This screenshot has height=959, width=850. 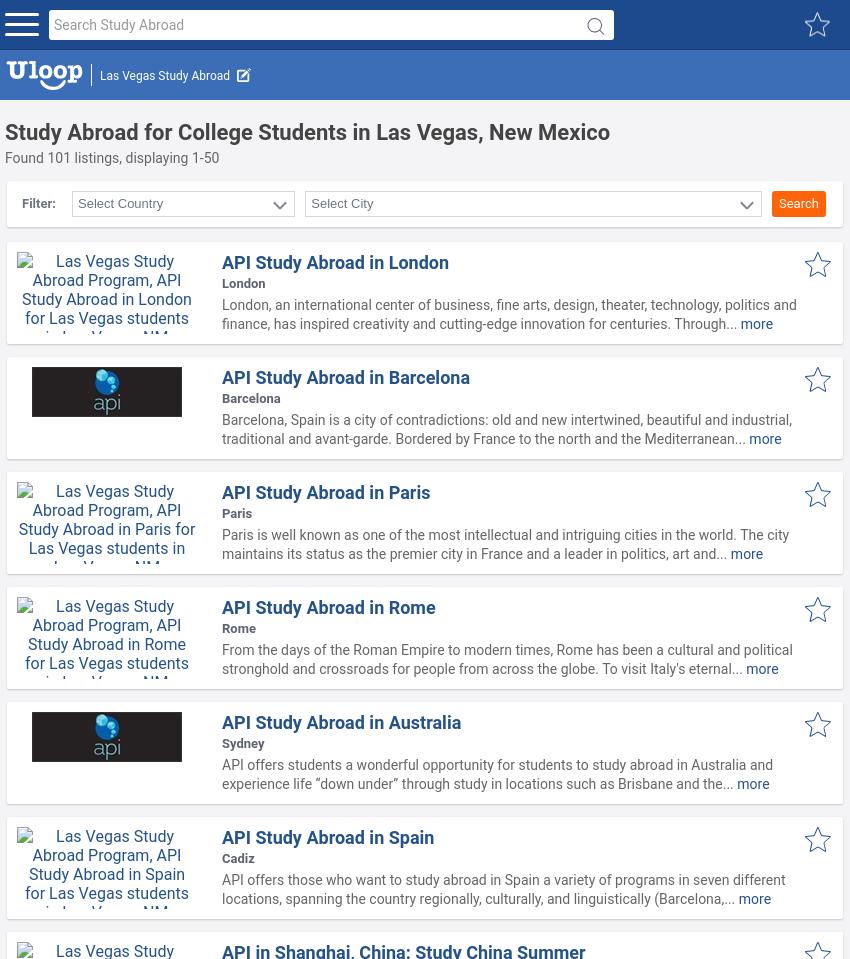 I want to click on 'API Study Abroad in Australia', so click(x=340, y=721).